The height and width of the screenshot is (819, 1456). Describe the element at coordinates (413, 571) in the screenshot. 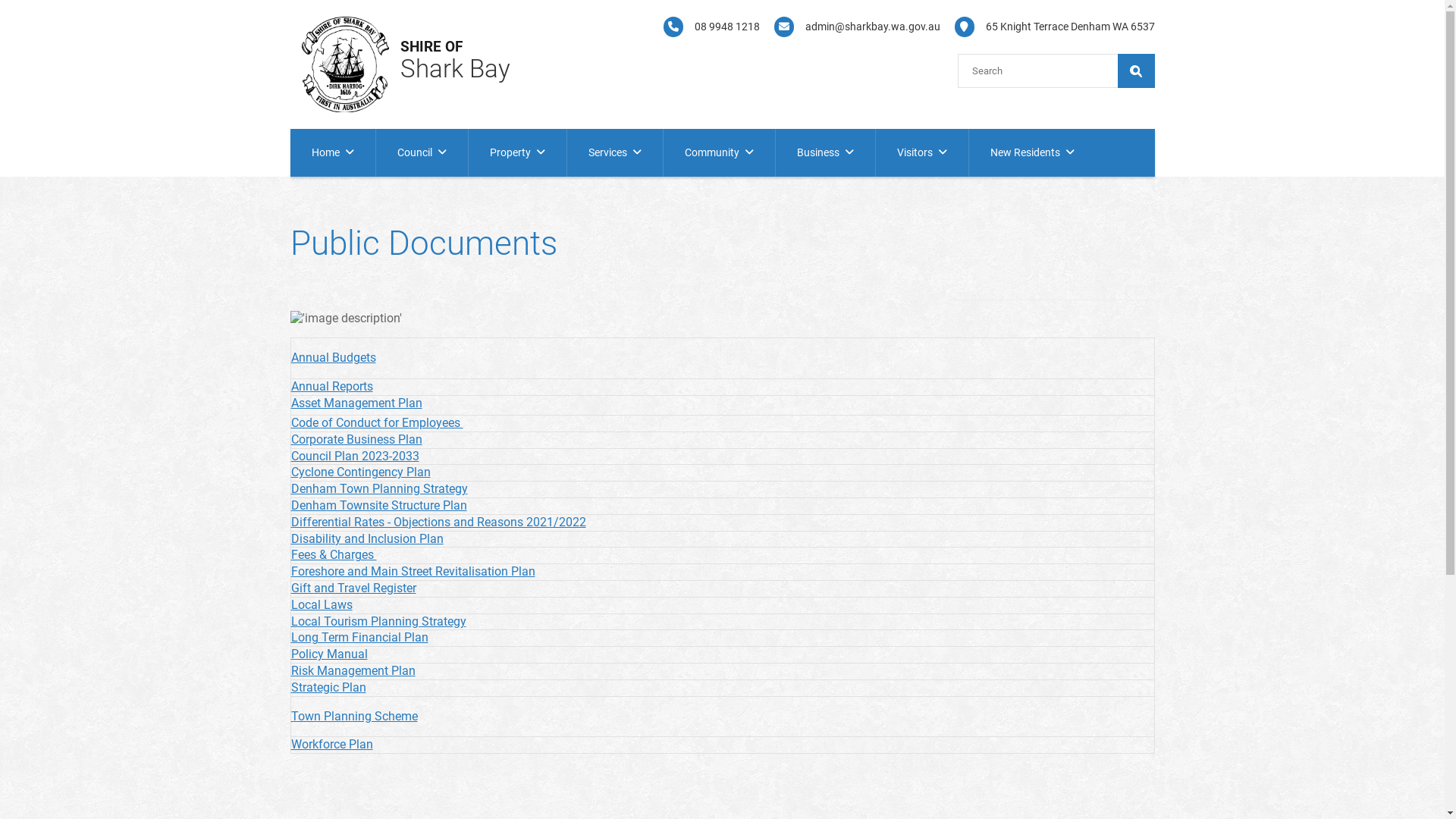

I see `'Foreshore and Main Street Revitalisation Plan'` at that location.